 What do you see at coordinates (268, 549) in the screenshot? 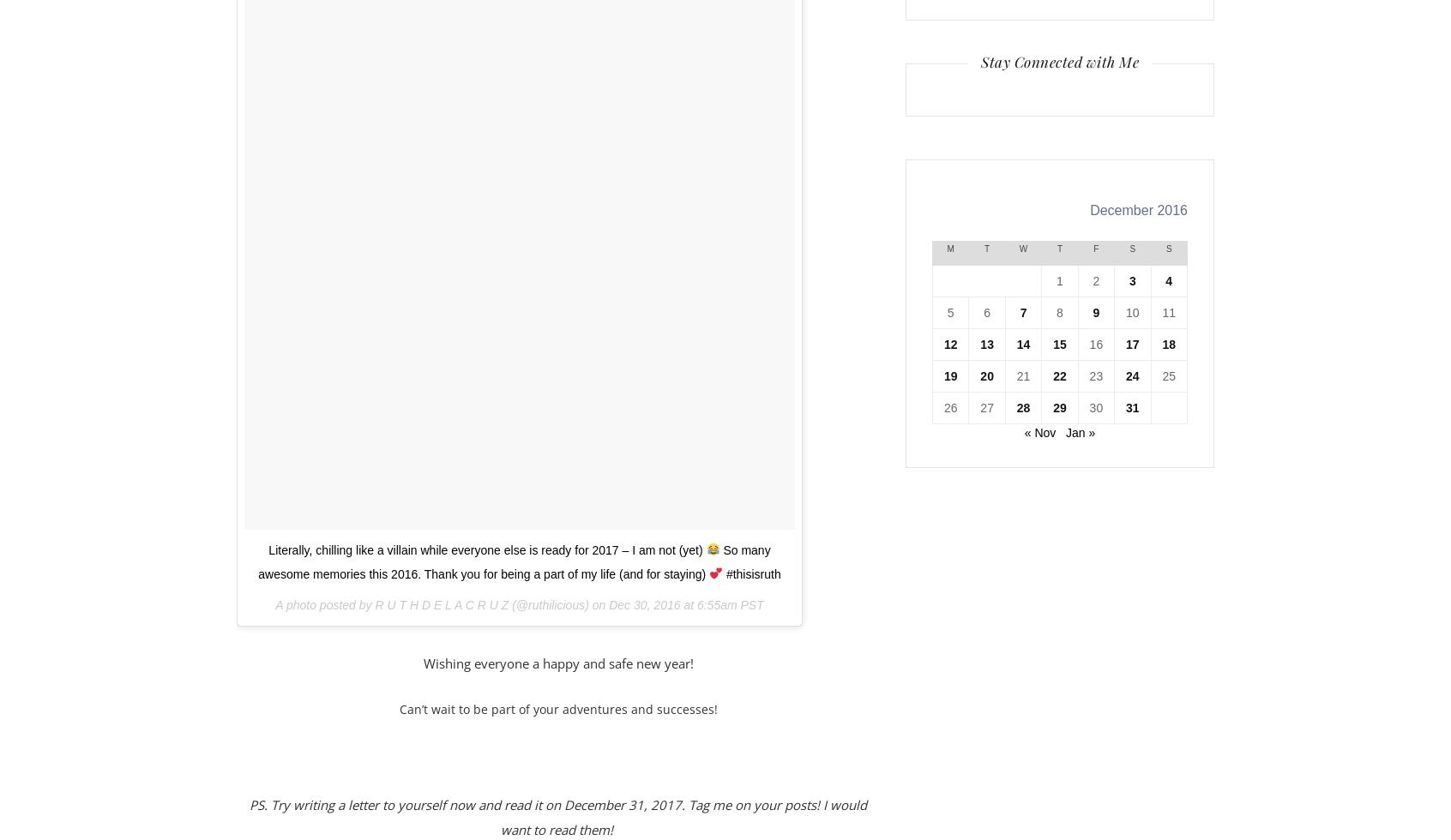
I see `'Literally, chilling​ like a villain while everyone else is ready for 2017 – I am not (yet)'` at bounding box center [268, 549].